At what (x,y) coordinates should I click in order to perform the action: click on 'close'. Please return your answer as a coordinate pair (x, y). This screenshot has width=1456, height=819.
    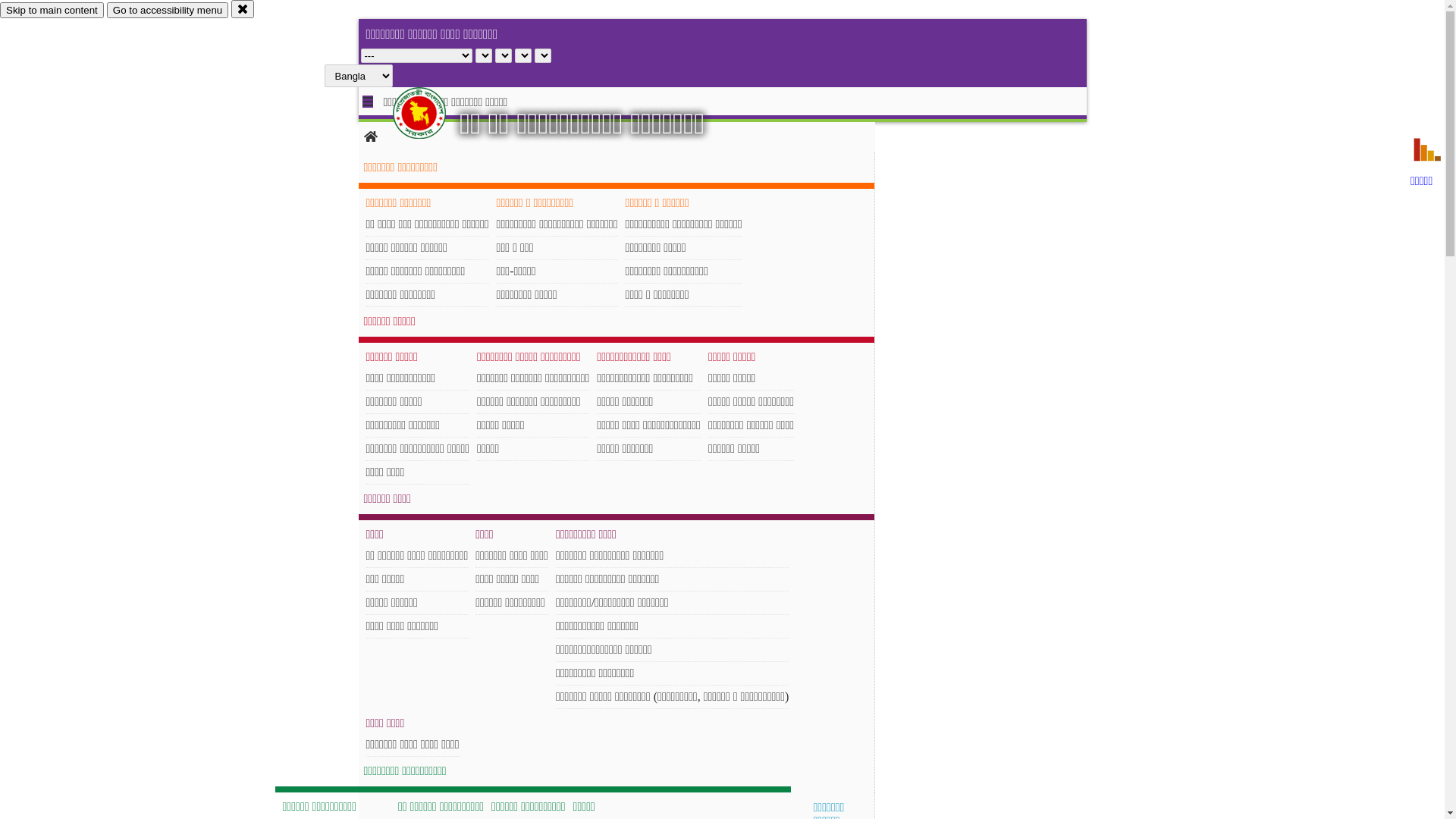
    Looking at the image, I should click on (231, 8).